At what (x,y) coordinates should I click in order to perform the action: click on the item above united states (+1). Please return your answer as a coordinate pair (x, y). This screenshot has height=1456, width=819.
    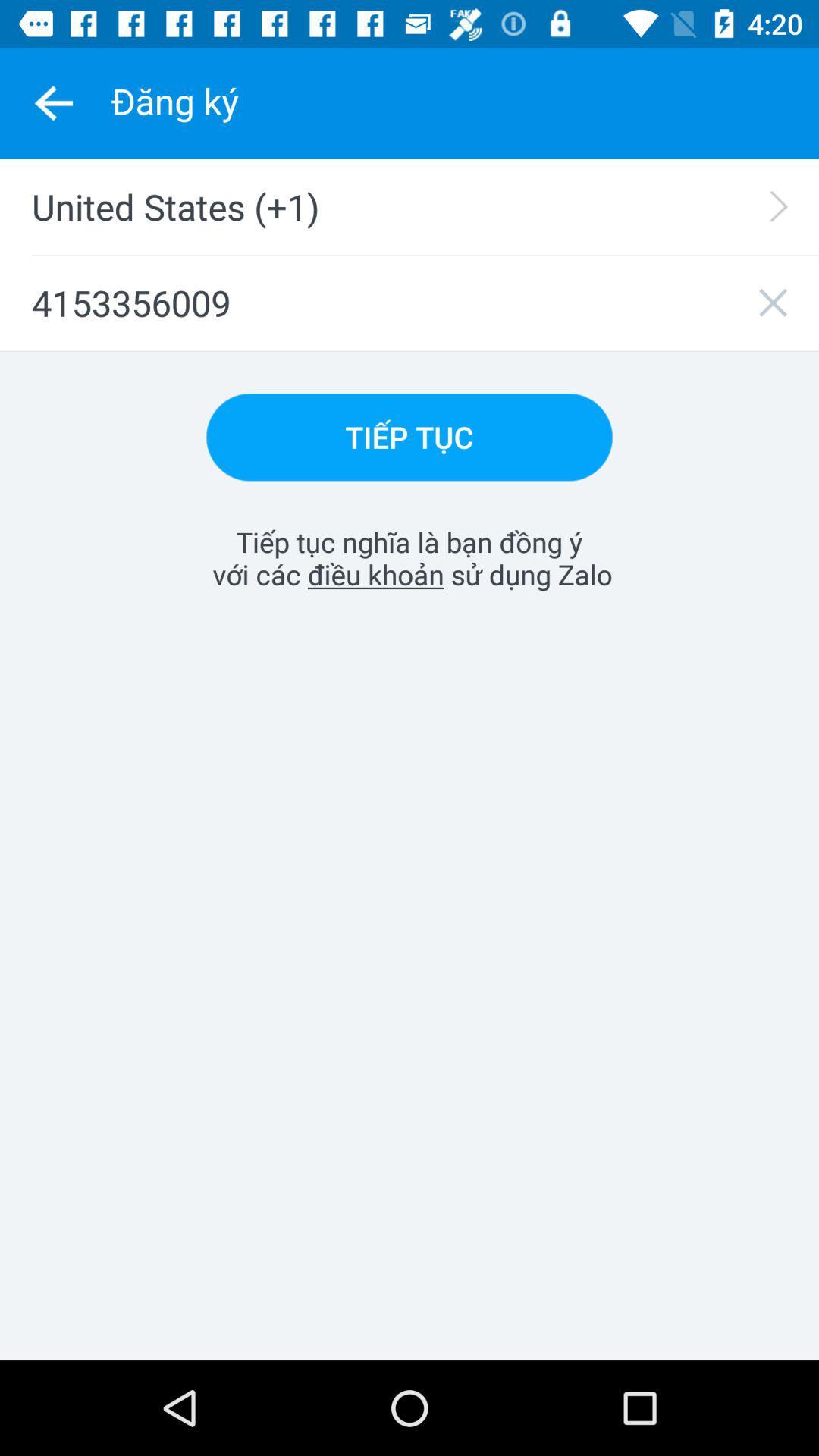
    Looking at the image, I should click on (52, 102).